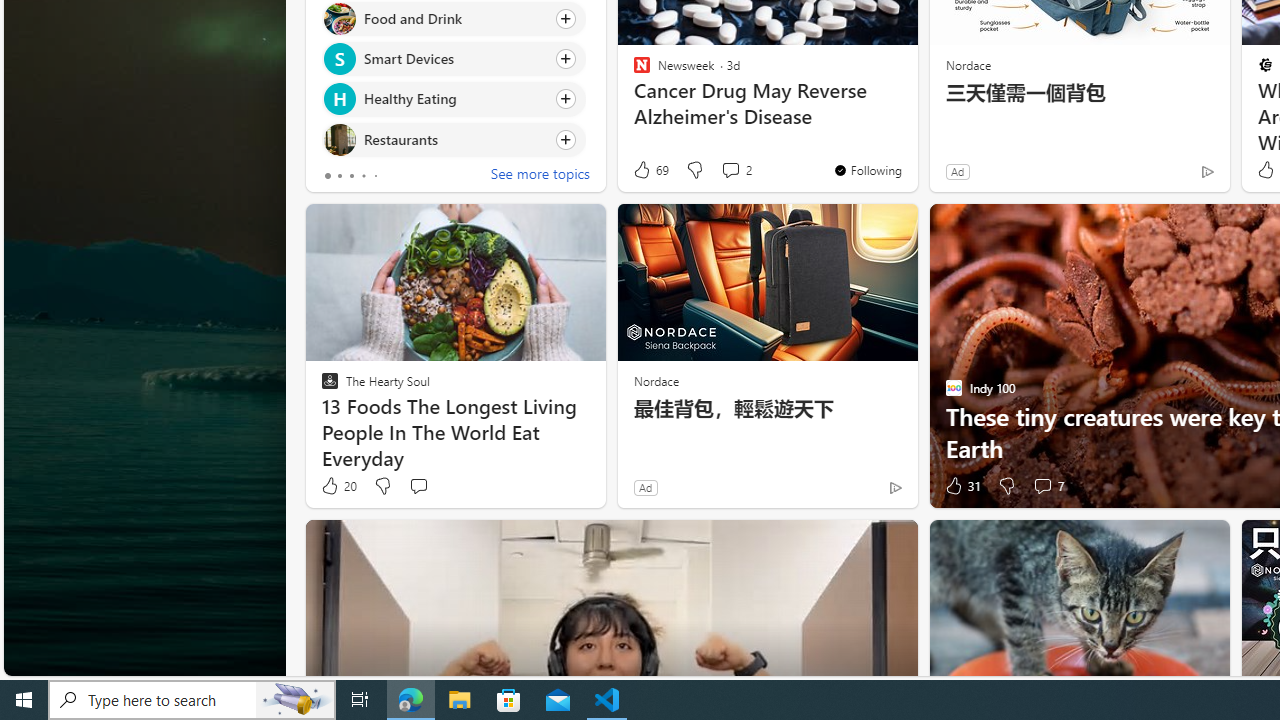  What do you see at coordinates (452, 18) in the screenshot?
I see `'Click to follow topic Food and Drink'` at bounding box center [452, 18].